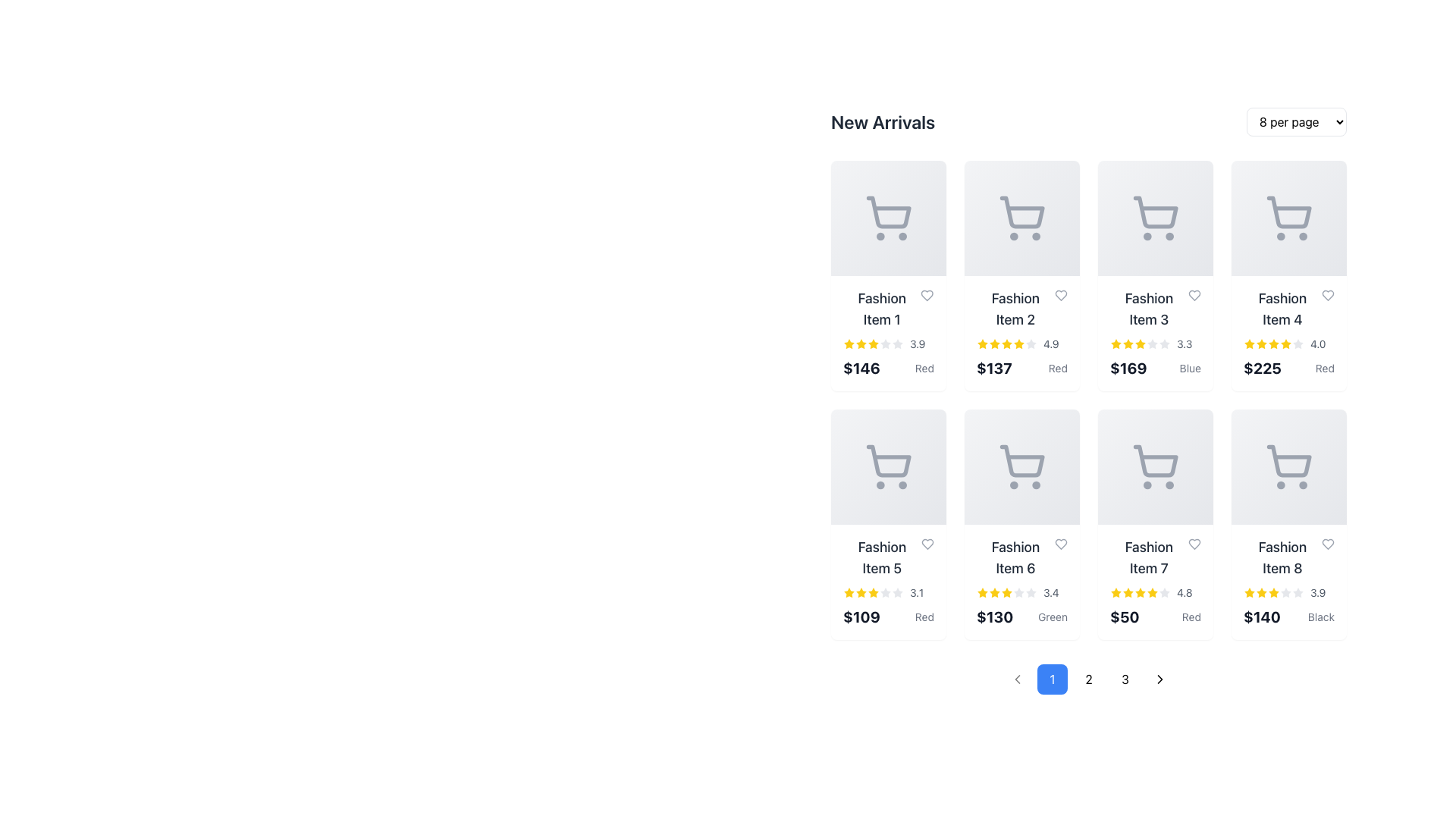 This screenshot has height=819, width=1456. I want to click on the price label displaying '$146', so click(861, 369).